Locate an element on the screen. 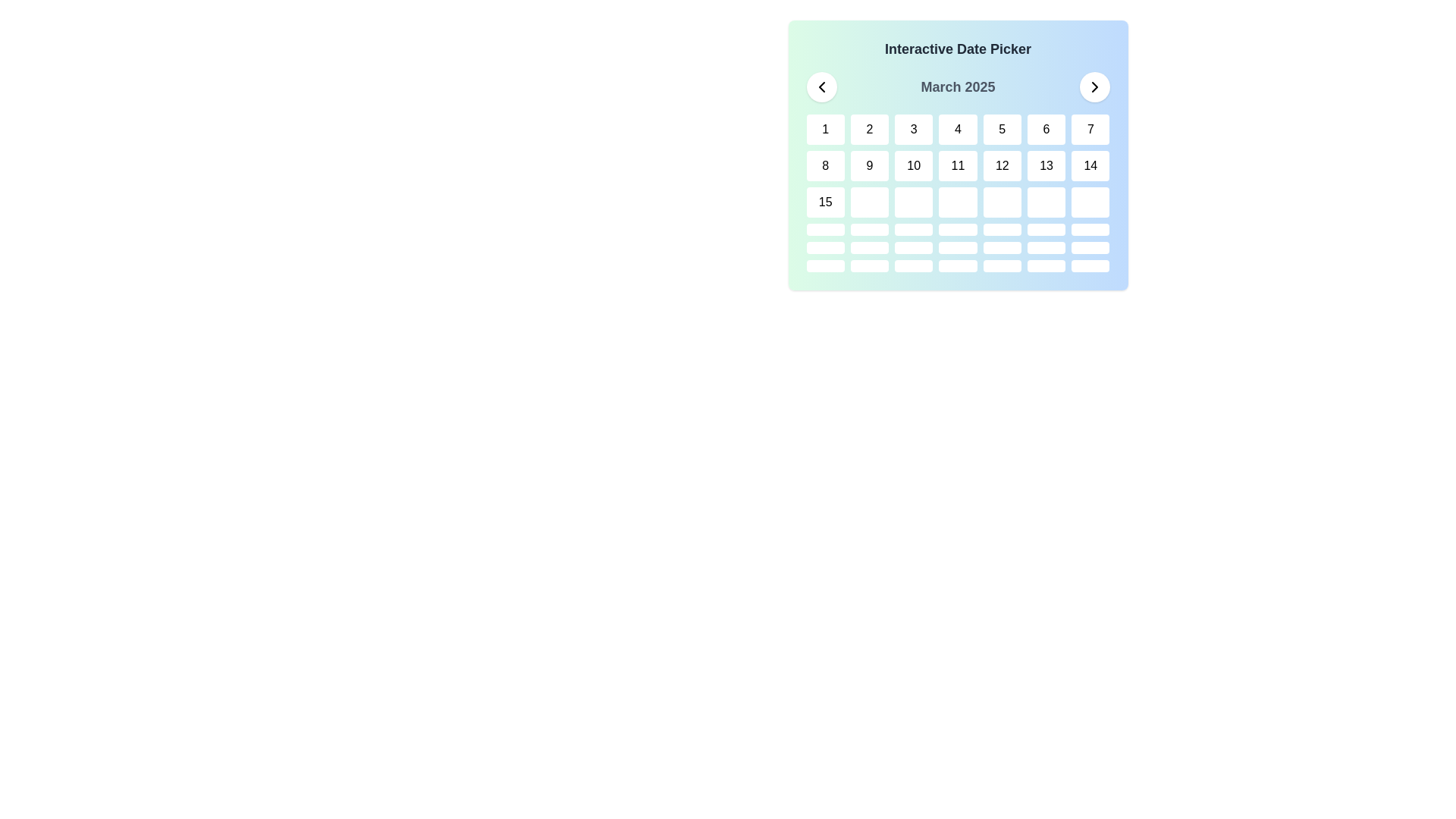 This screenshot has height=819, width=1456. the leftward-pointing chevron icon within the date picker interface is located at coordinates (821, 87).